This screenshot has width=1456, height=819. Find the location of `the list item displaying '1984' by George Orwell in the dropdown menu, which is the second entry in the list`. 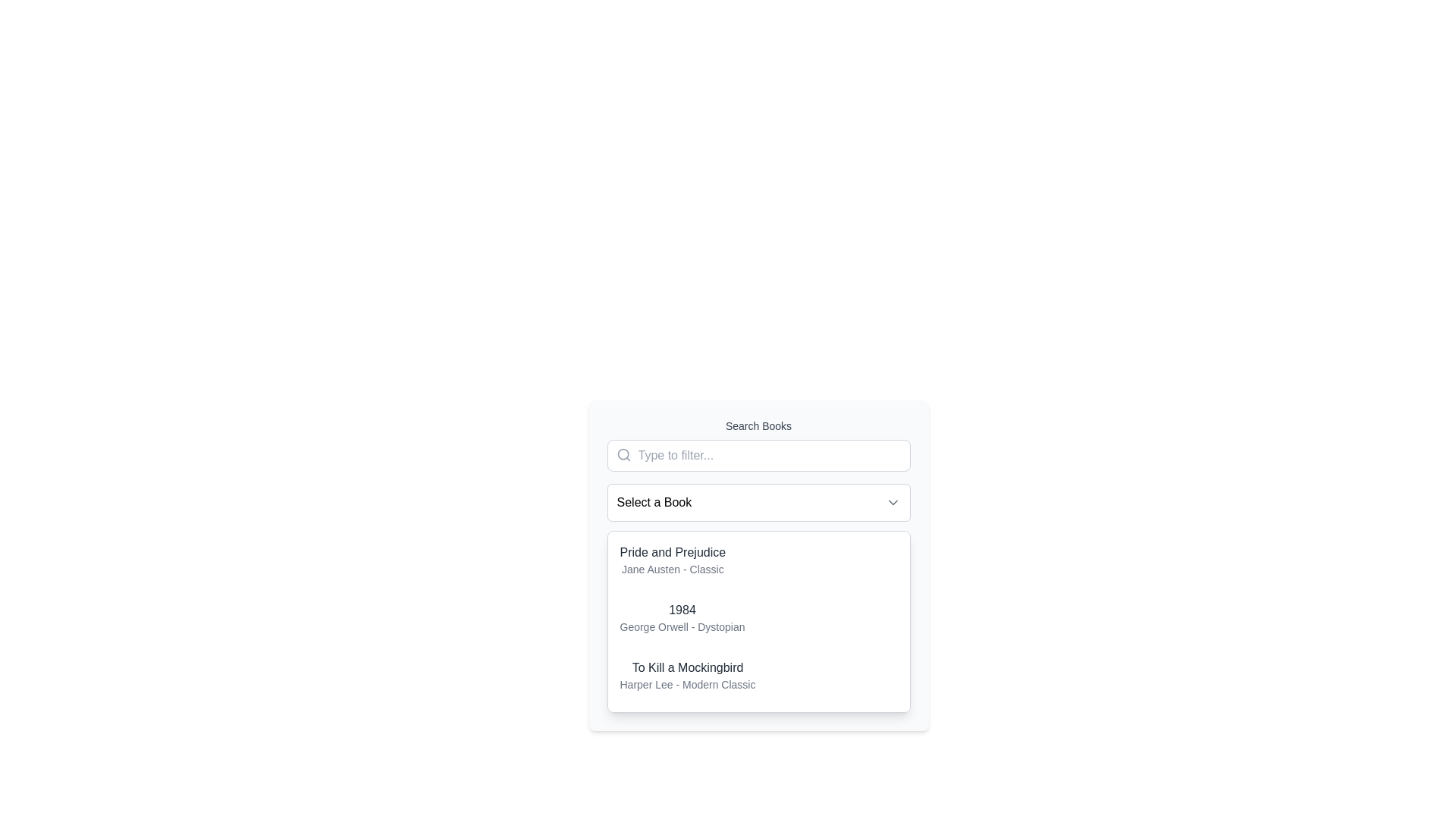

the list item displaying '1984' by George Orwell in the dropdown menu, which is the second entry in the list is located at coordinates (680, 617).